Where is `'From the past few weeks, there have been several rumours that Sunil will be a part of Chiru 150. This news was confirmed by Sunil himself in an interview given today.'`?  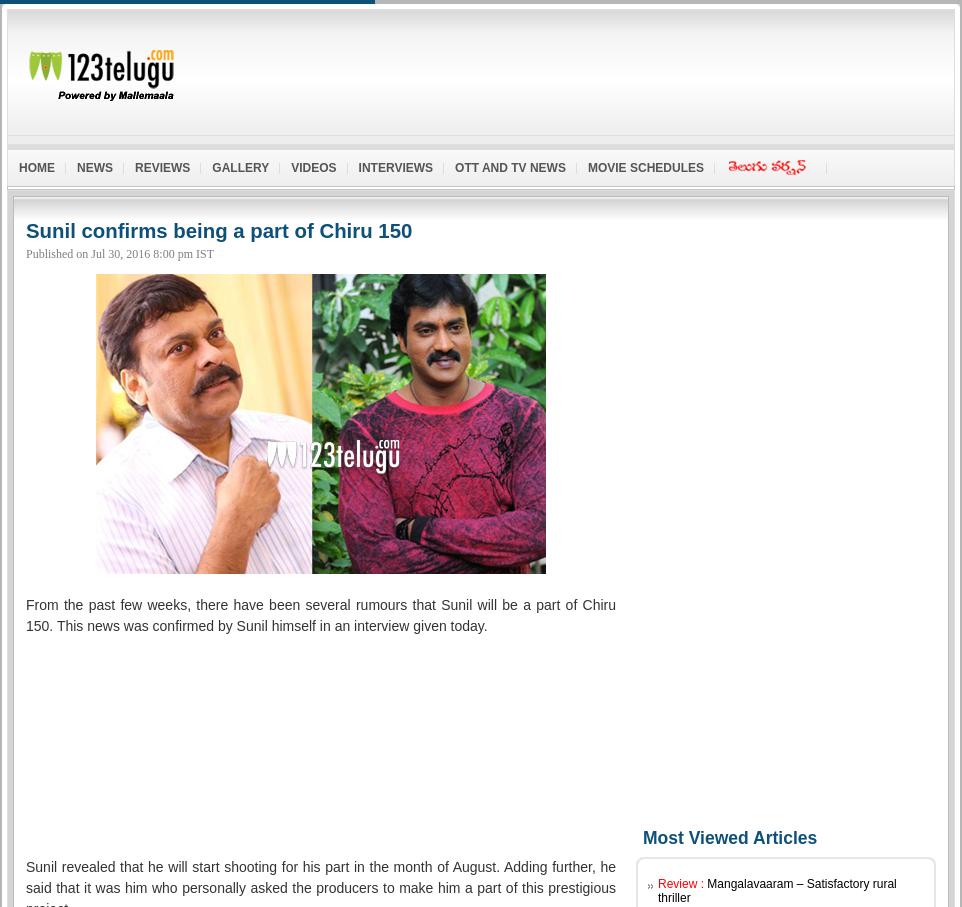
'From the past few weeks, there have been several rumours that Sunil will be a part of Chiru 150. This news was confirmed by Sunil himself in an interview given today.' is located at coordinates (320, 613).